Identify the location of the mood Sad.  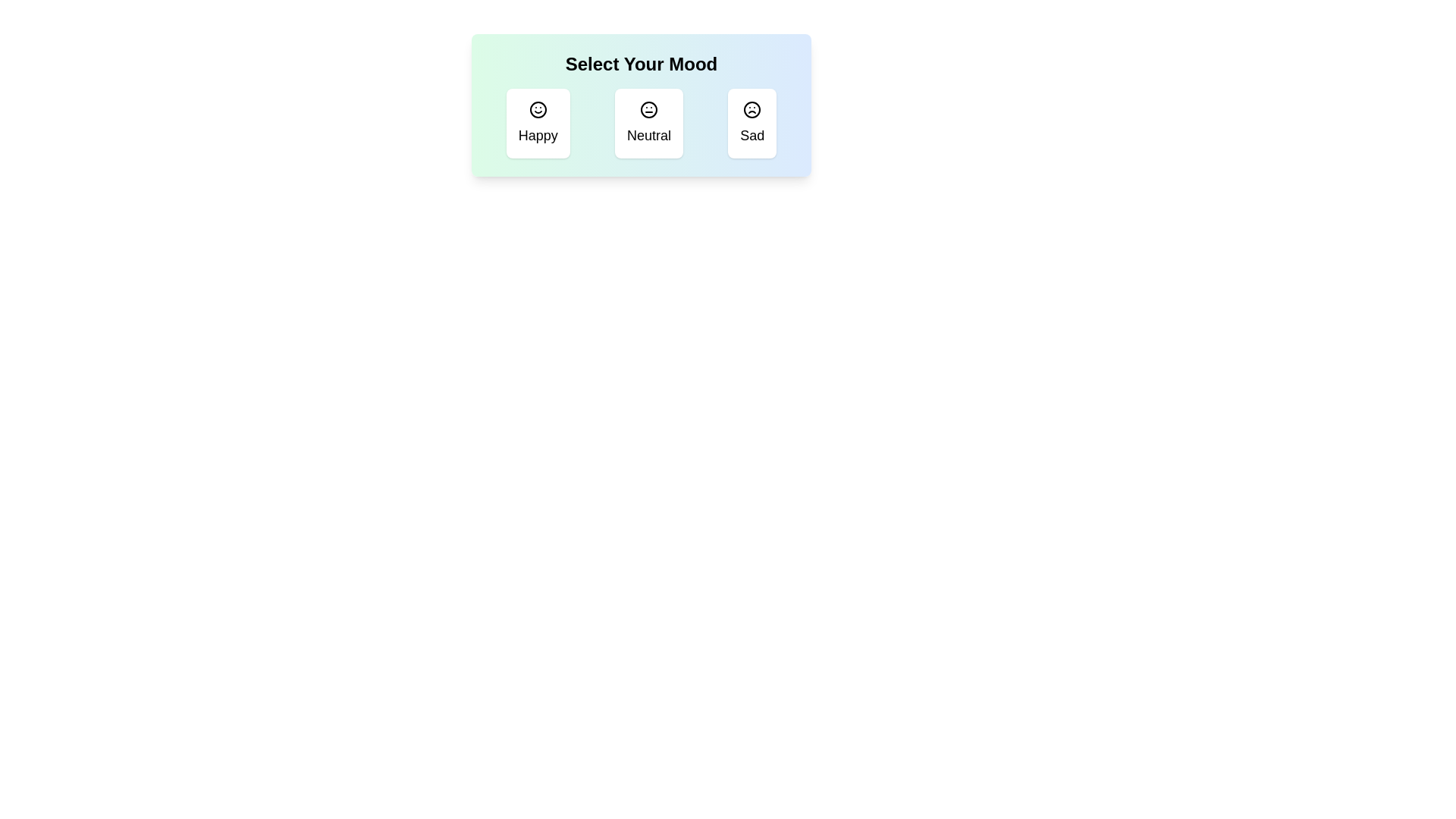
(752, 122).